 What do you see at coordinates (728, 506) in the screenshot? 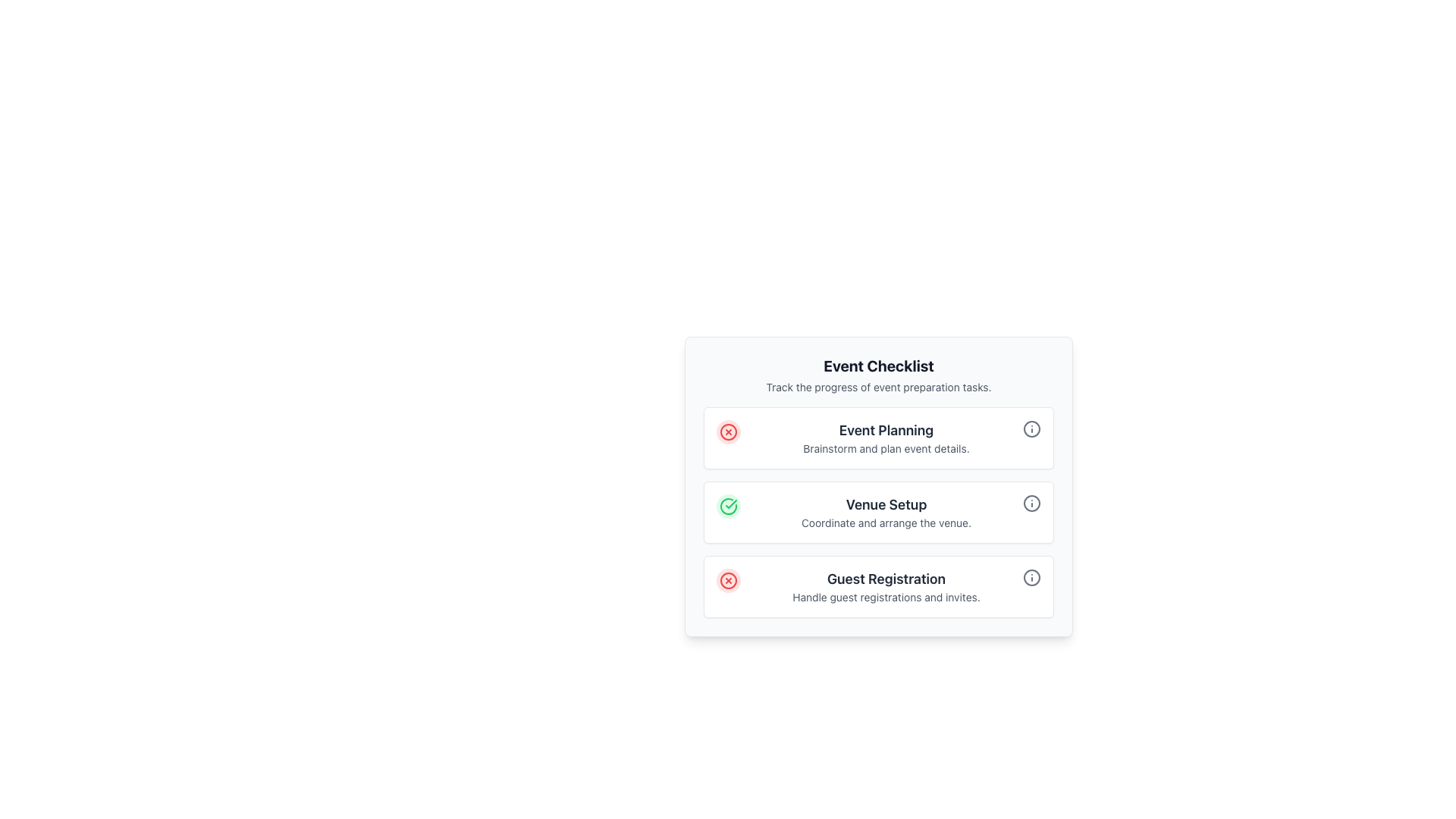
I see `the Circular status icon located to the left of the 'Venue Setup' text in the vertical checklist to trigger additional information or highlight it` at bounding box center [728, 506].